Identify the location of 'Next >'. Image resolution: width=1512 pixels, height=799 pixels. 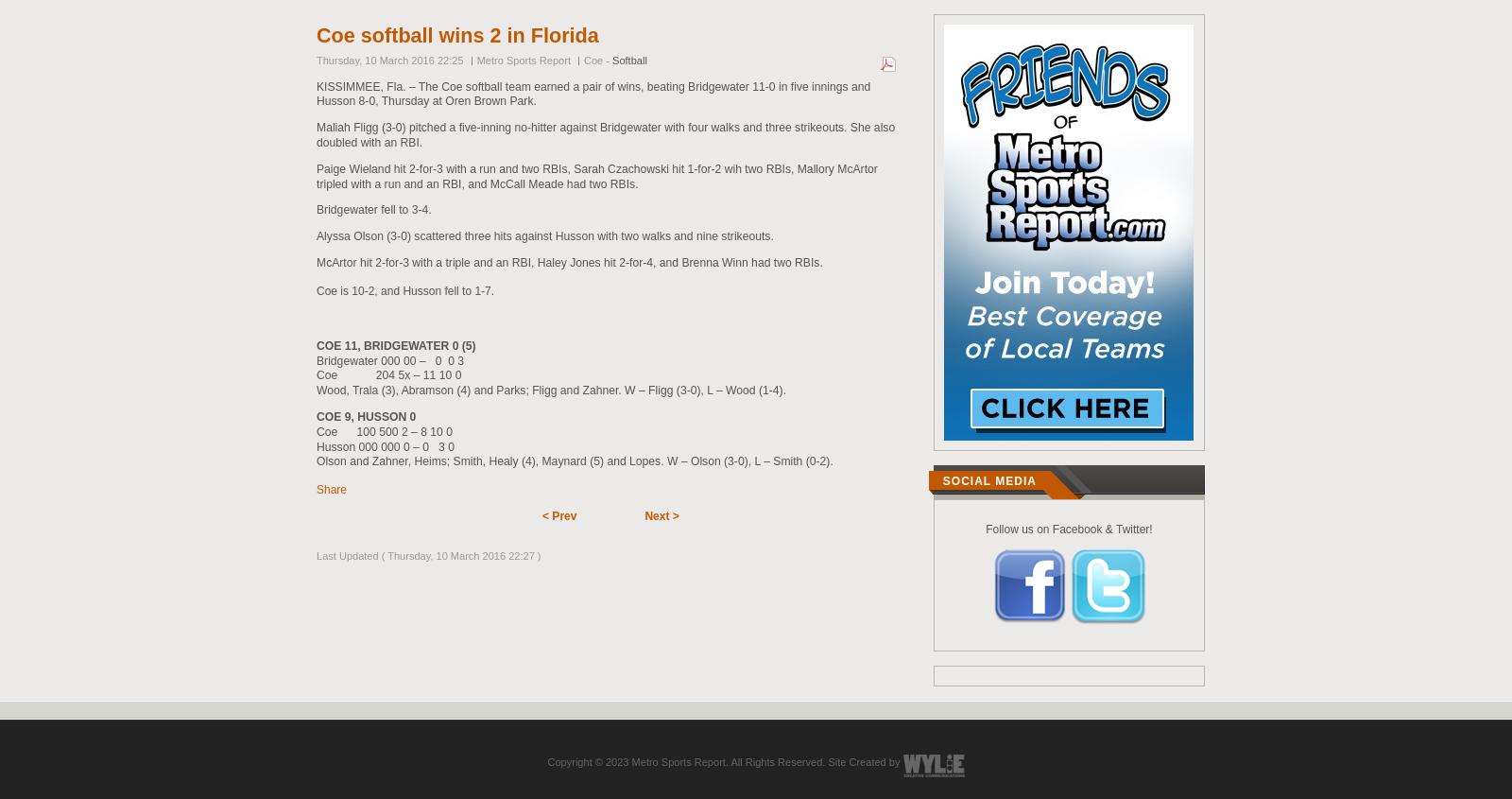
(661, 515).